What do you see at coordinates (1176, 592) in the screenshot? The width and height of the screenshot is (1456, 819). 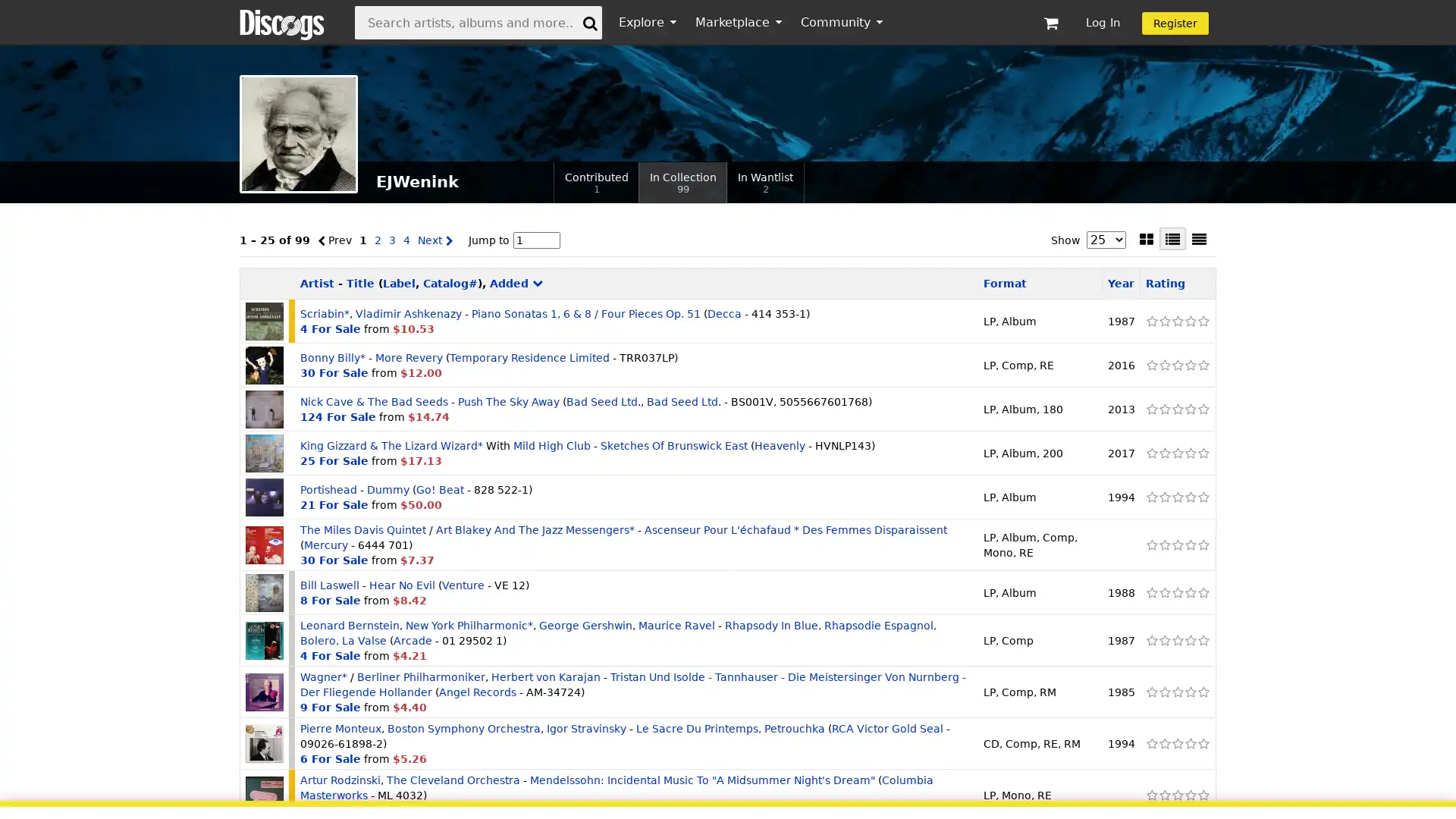 I see `Rate this release 3 stars.` at bounding box center [1176, 592].